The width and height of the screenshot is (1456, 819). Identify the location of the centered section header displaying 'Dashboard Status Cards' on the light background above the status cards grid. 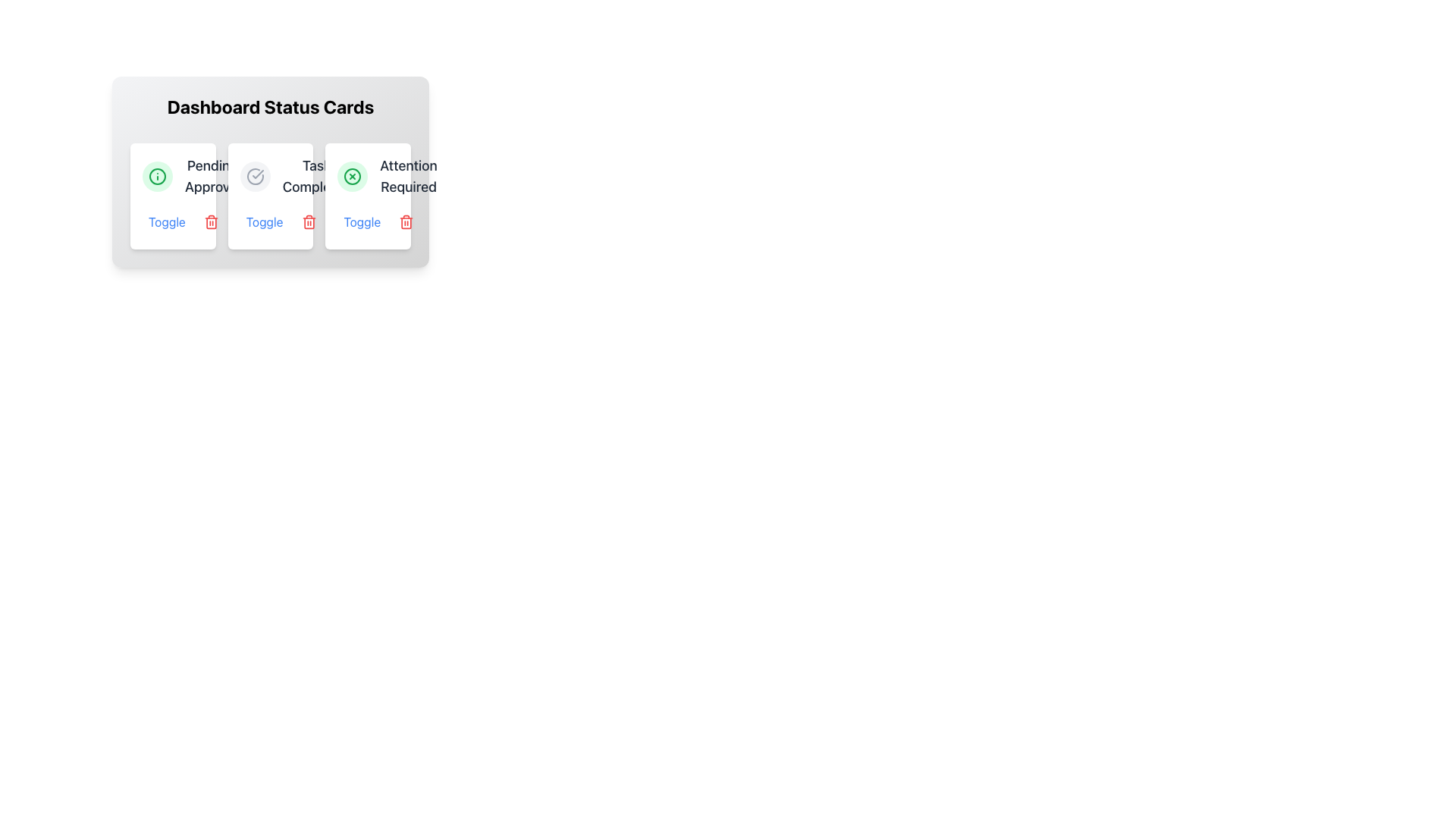
(270, 106).